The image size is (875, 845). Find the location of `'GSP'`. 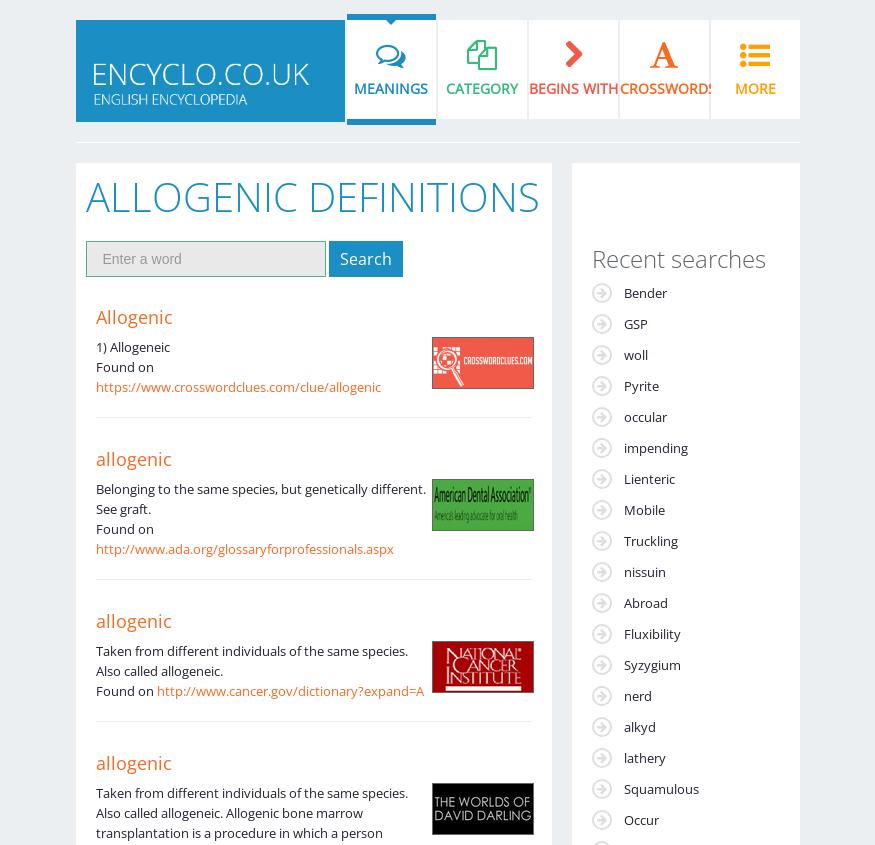

'GSP' is located at coordinates (633, 322).